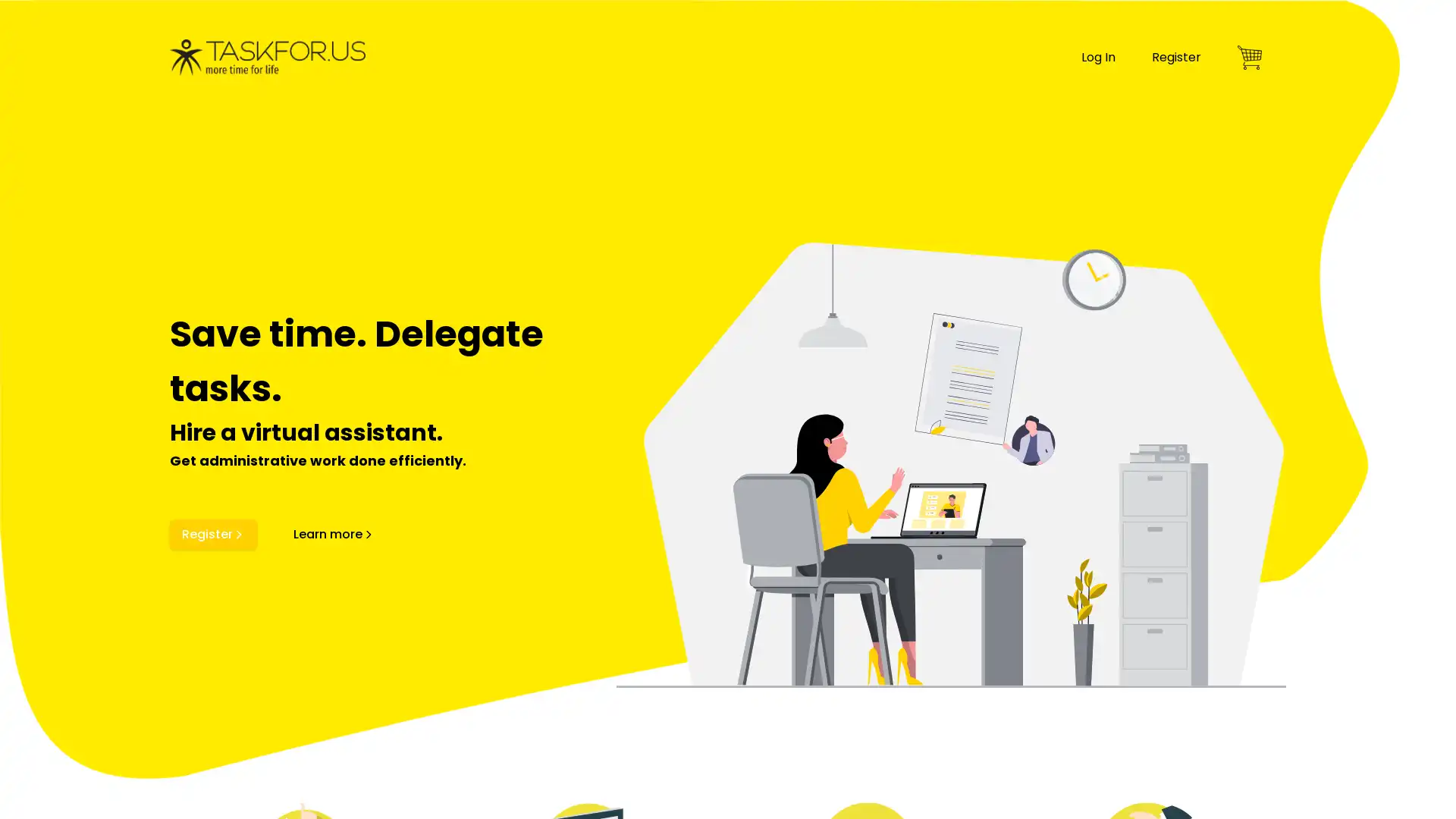  What do you see at coordinates (212, 534) in the screenshot?
I see `Register Arrow` at bounding box center [212, 534].